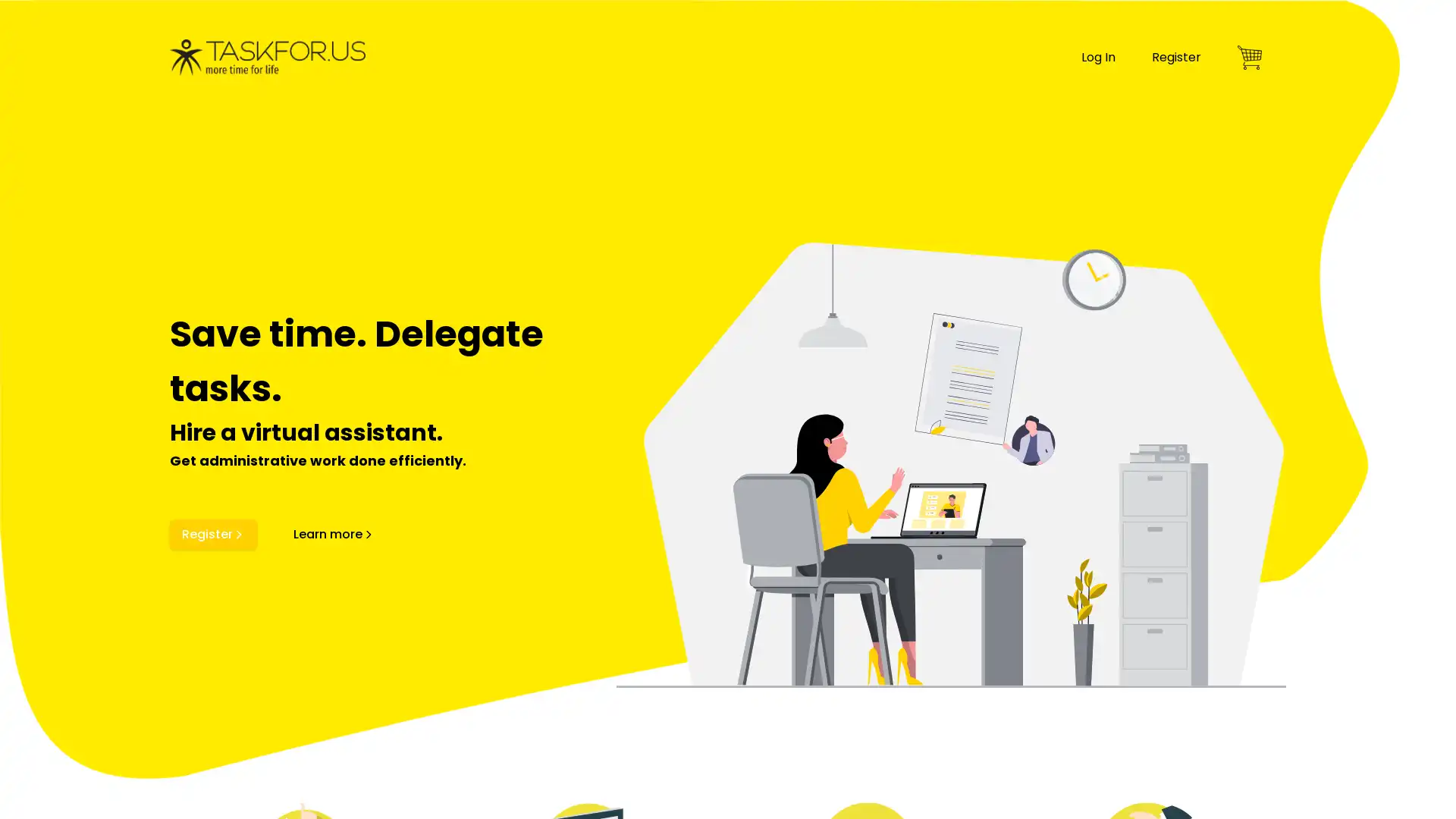  What do you see at coordinates (212, 534) in the screenshot?
I see `Register Arrow` at bounding box center [212, 534].